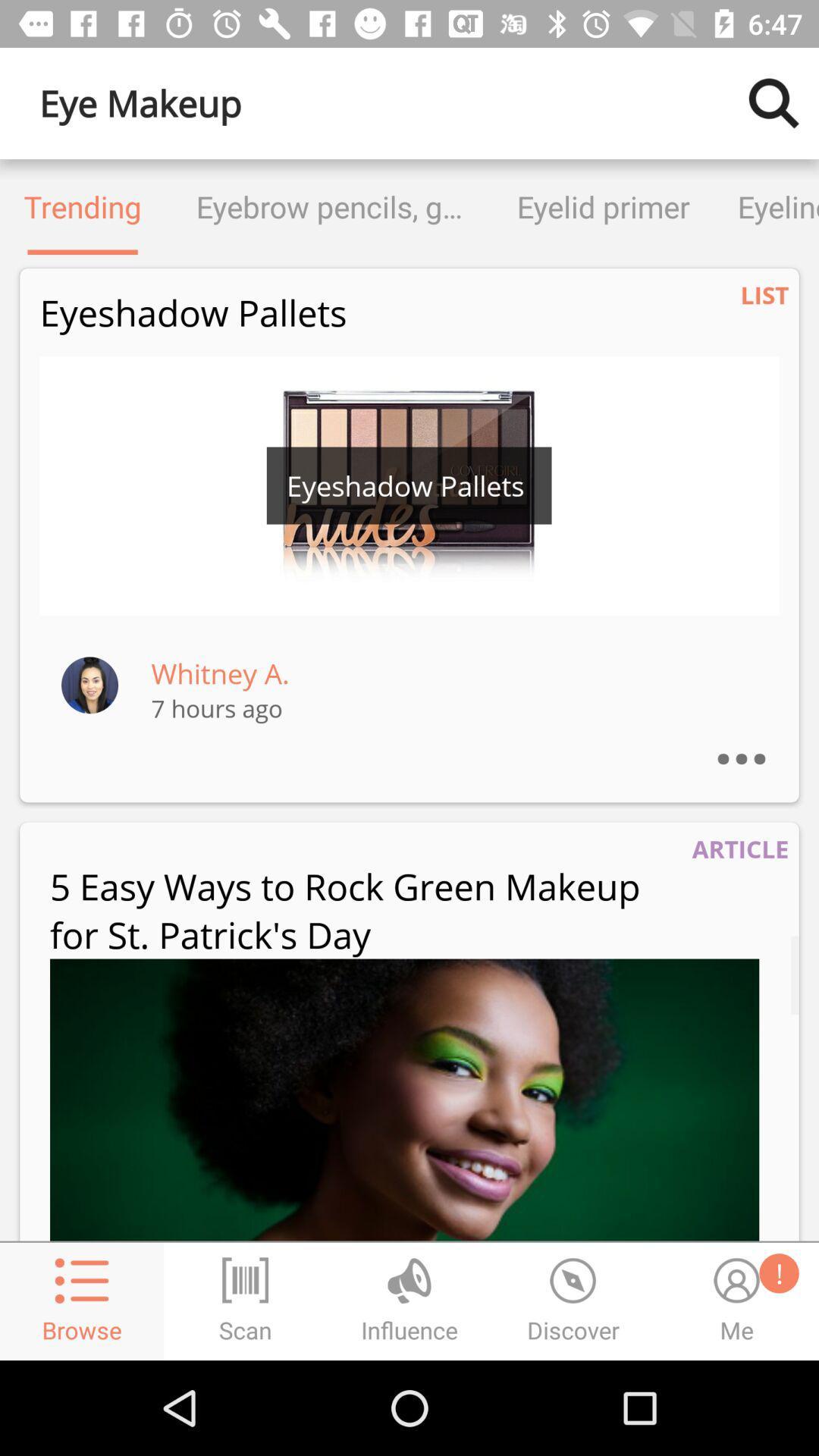 Image resolution: width=819 pixels, height=1456 pixels. I want to click on the emoji icon, so click(736, 1301).